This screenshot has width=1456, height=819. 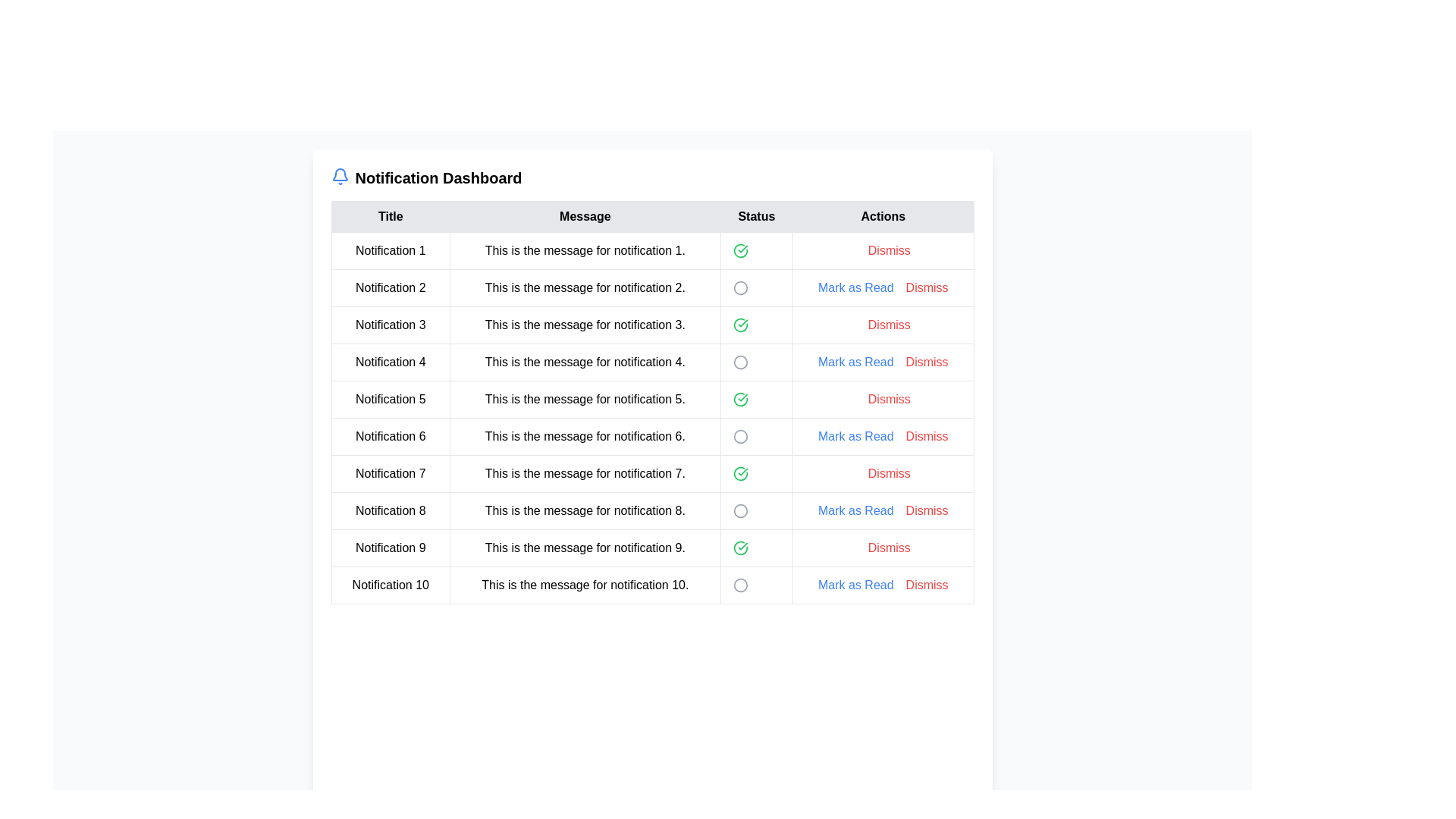 What do you see at coordinates (391, 399) in the screenshot?
I see `the title text label of the fifth notification in the Notification Dashboard table, located in the first column under the 'Title' header` at bounding box center [391, 399].